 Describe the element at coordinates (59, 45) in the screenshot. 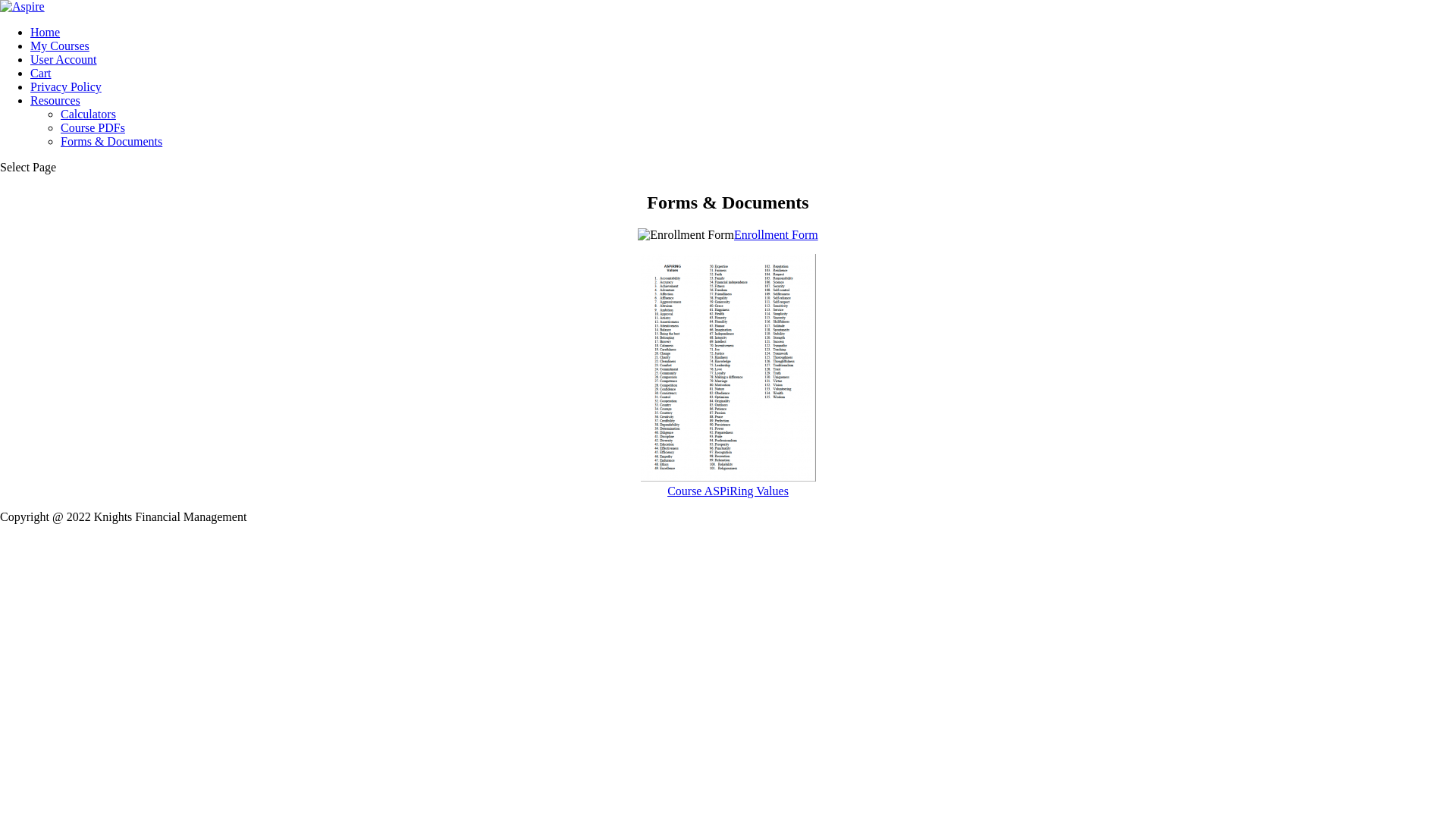

I see `'My Courses'` at that location.